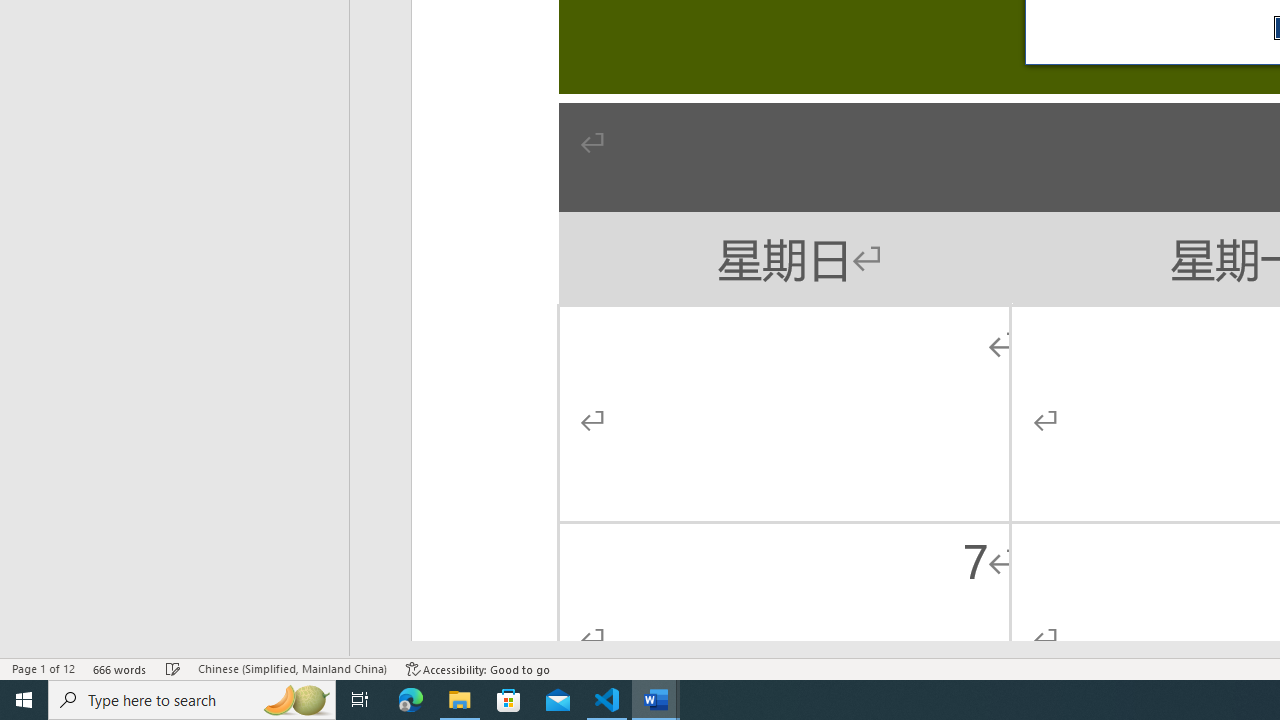 The image size is (1280, 720). Describe the element at coordinates (410, 698) in the screenshot. I see `'Microsoft Edge'` at that location.